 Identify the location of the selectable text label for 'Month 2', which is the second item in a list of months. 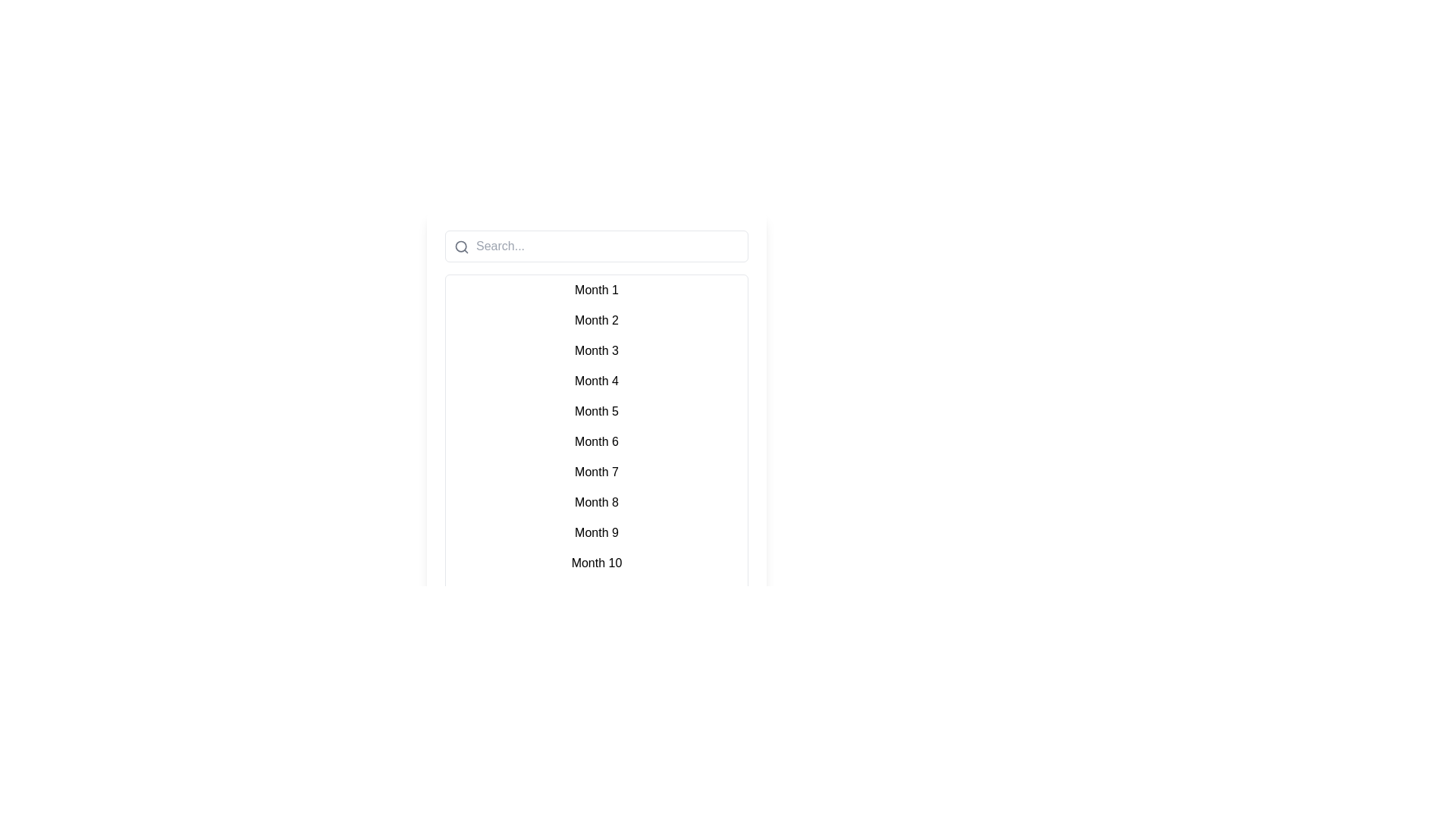
(596, 320).